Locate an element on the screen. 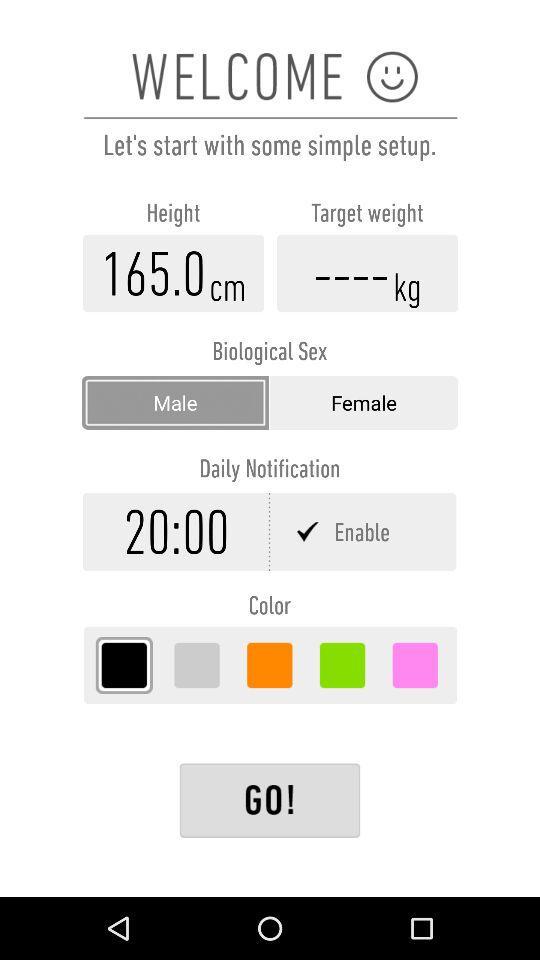  choose the color purple is located at coordinates (414, 665).